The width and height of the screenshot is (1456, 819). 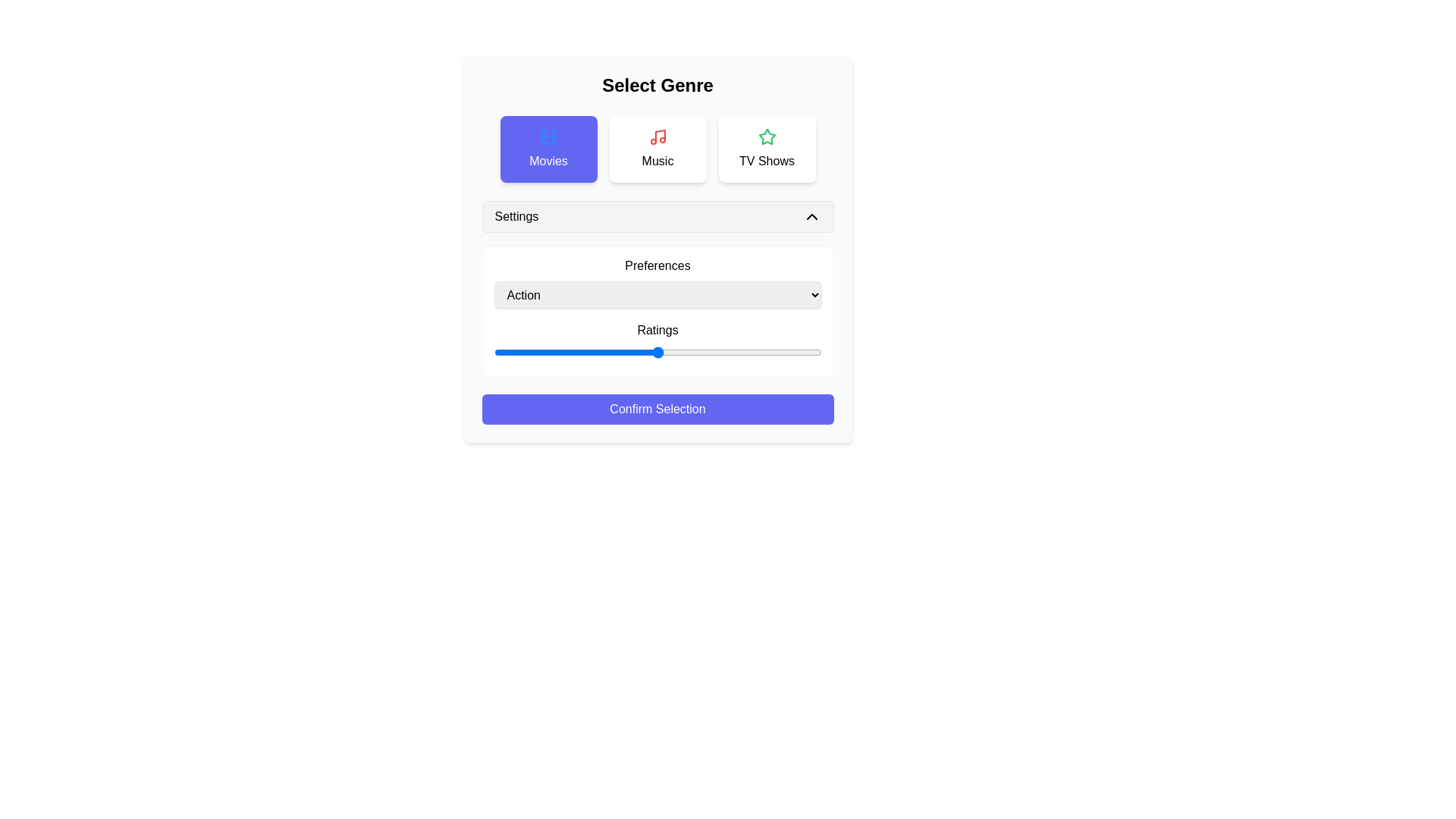 What do you see at coordinates (749, 353) in the screenshot?
I see `the rating` at bounding box center [749, 353].